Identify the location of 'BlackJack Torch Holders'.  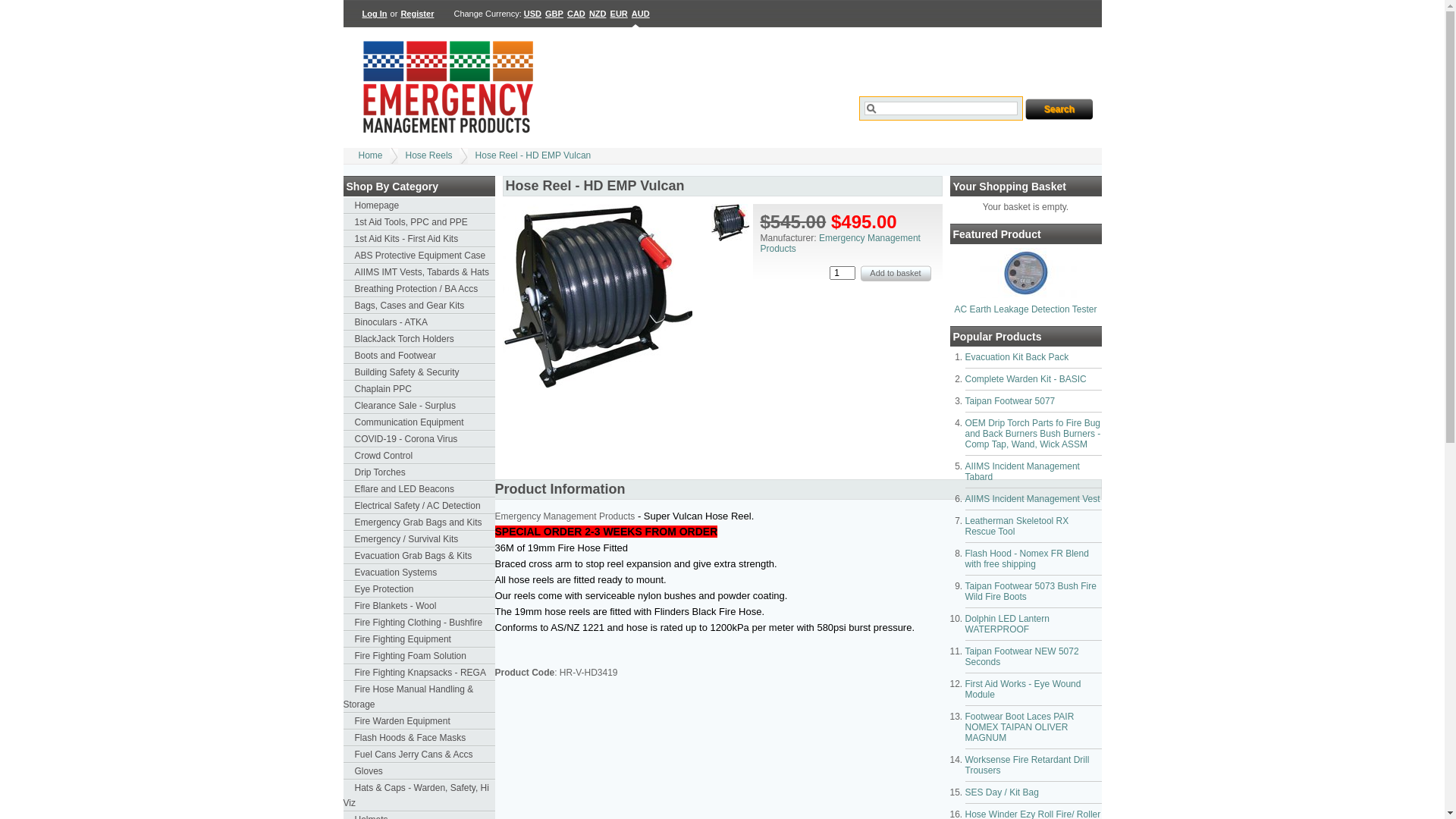
(419, 338).